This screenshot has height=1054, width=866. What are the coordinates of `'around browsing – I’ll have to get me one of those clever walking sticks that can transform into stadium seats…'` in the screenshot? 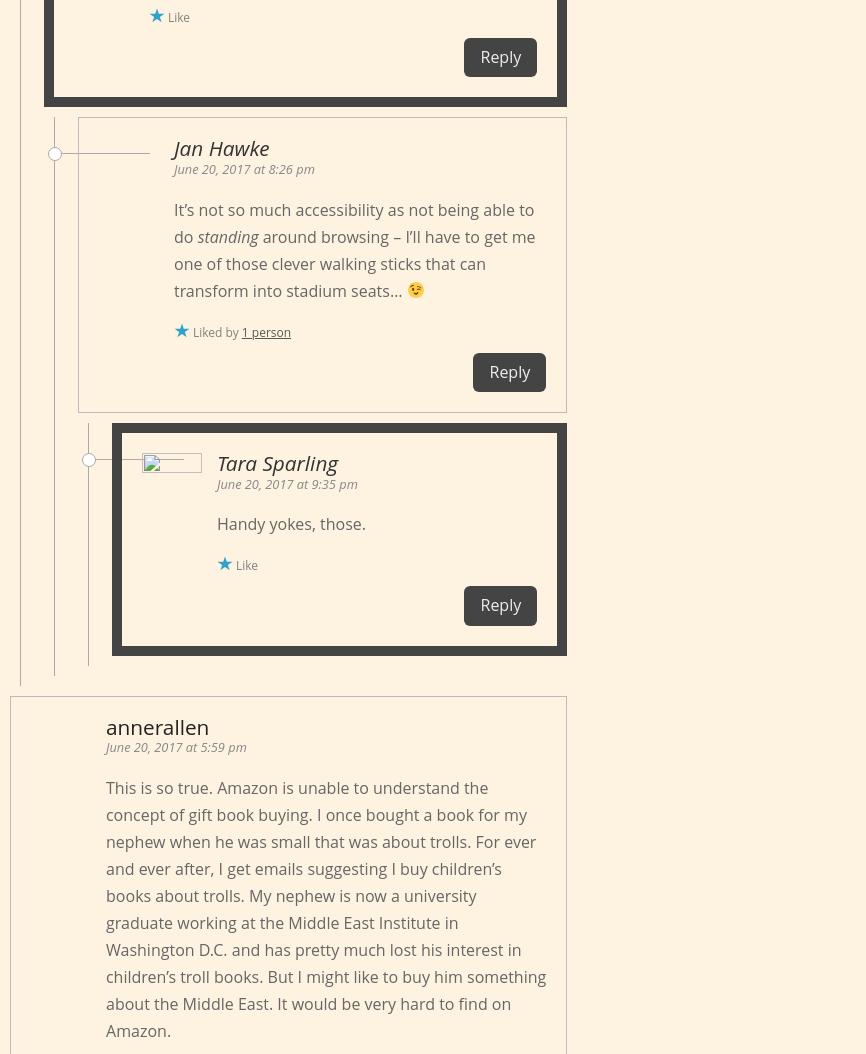 It's located at (173, 262).